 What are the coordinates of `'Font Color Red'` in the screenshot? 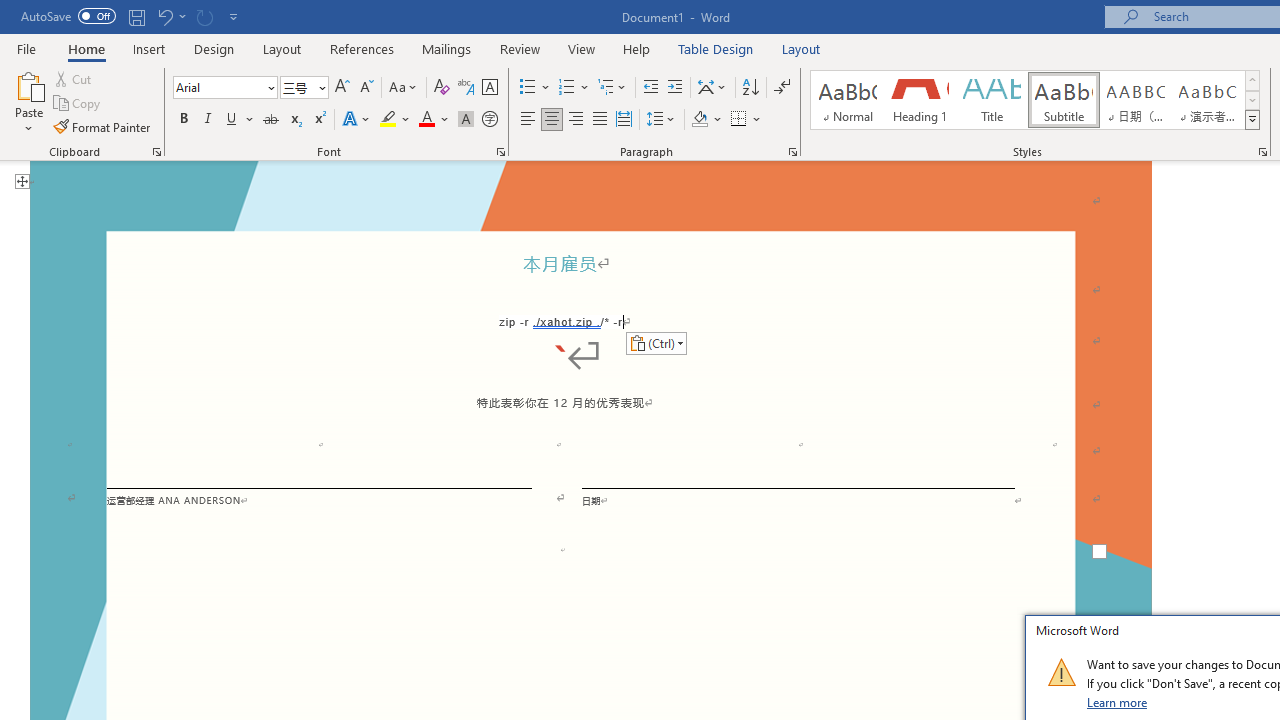 It's located at (425, 119).